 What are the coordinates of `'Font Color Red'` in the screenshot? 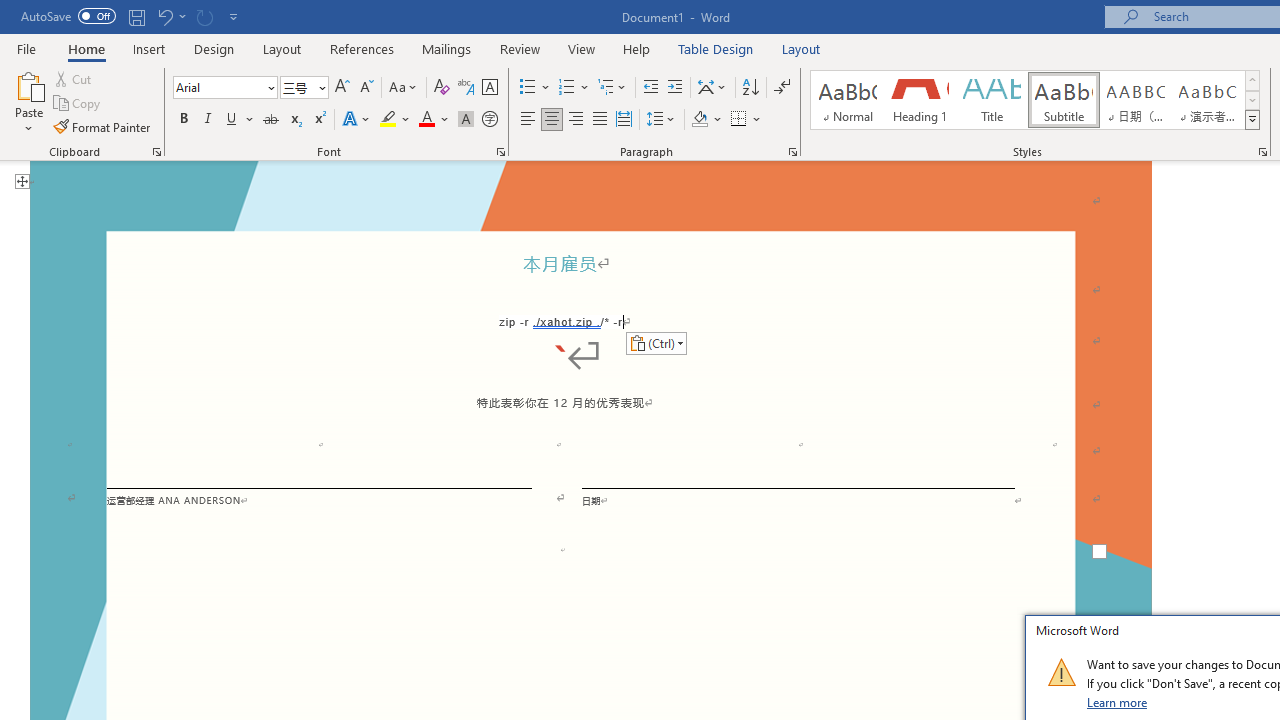 It's located at (425, 119).